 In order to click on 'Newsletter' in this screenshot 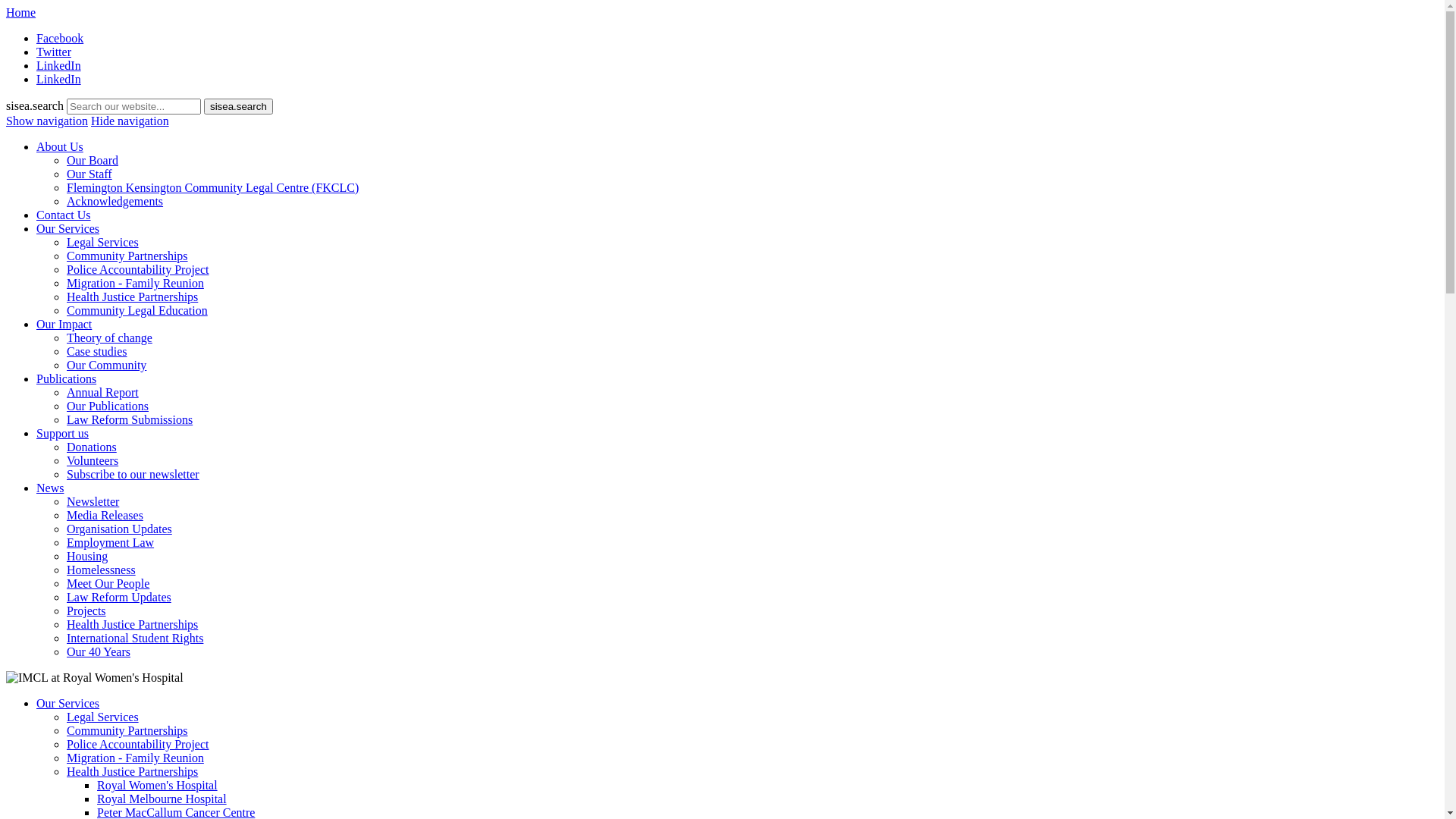, I will do `click(65, 501)`.